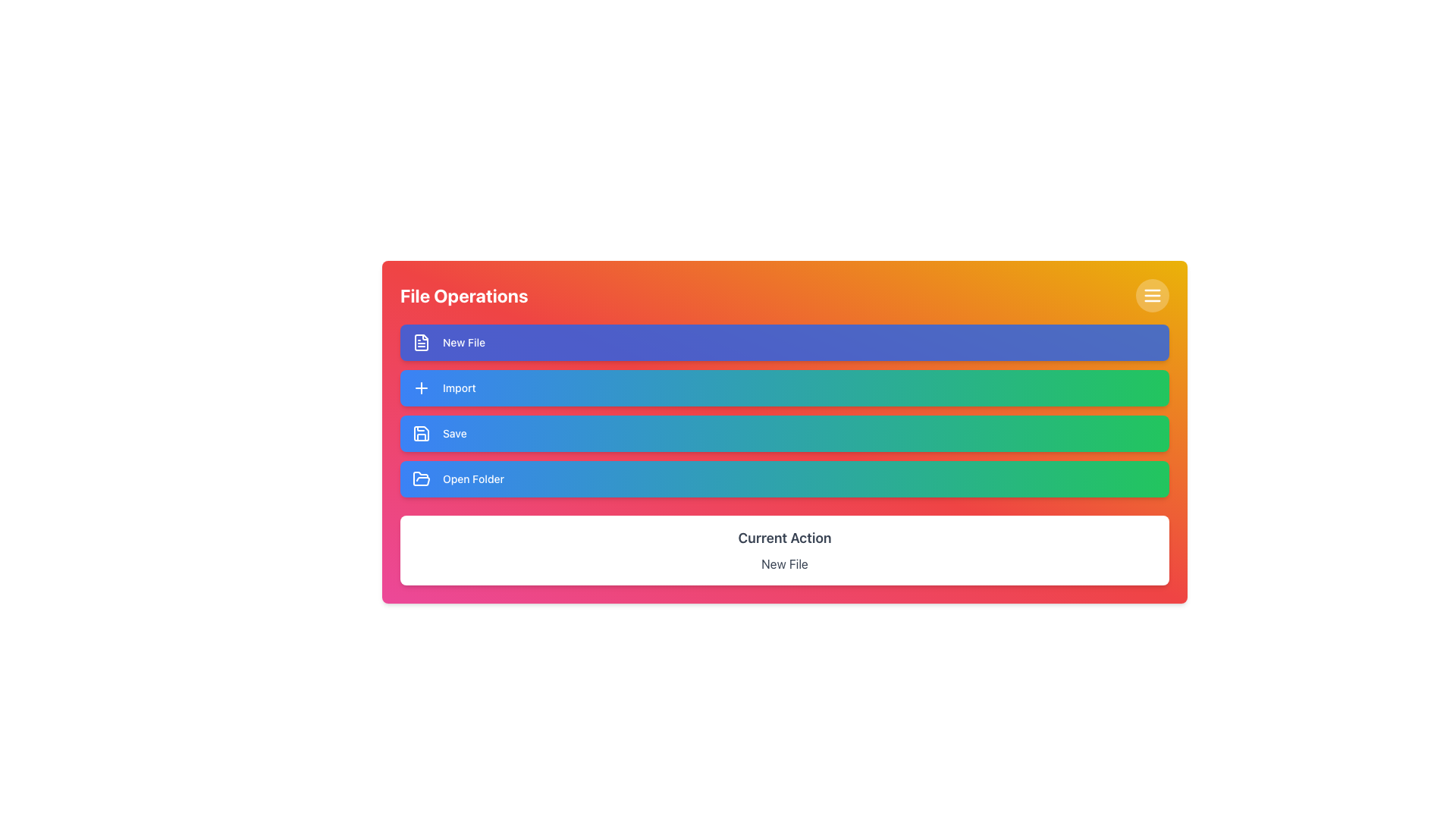 The height and width of the screenshot is (819, 1456). Describe the element at coordinates (785, 564) in the screenshot. I see `the static text label 'New File' which is located below the bolded text 'Current Action' in the 'File Operations' panel` at that location.